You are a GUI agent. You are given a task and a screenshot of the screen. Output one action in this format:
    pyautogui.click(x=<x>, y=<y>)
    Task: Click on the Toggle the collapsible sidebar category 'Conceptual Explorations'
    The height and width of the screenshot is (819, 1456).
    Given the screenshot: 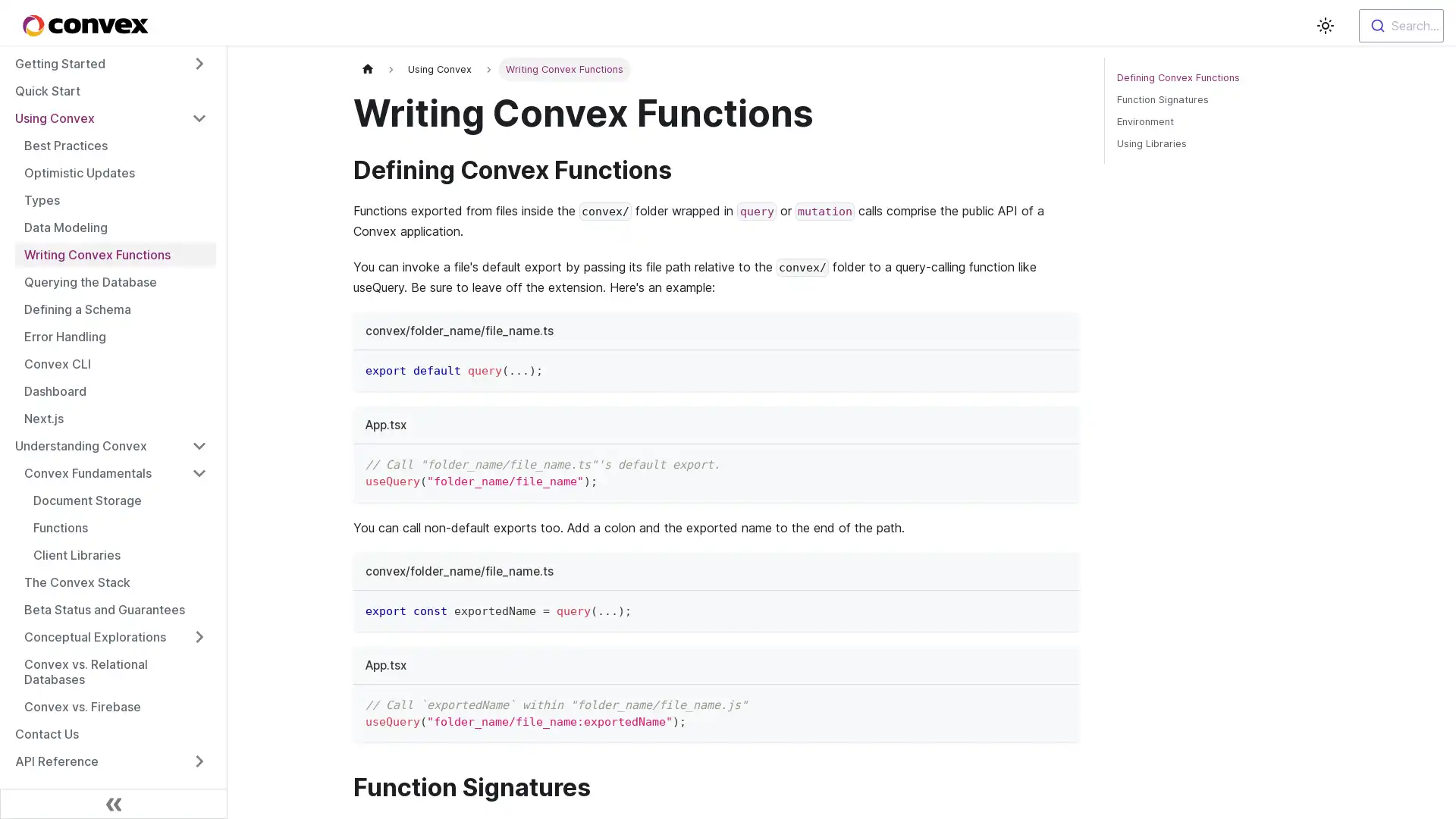 What is the action you would take?
    pyautogui.click(x=199, y=637)
    